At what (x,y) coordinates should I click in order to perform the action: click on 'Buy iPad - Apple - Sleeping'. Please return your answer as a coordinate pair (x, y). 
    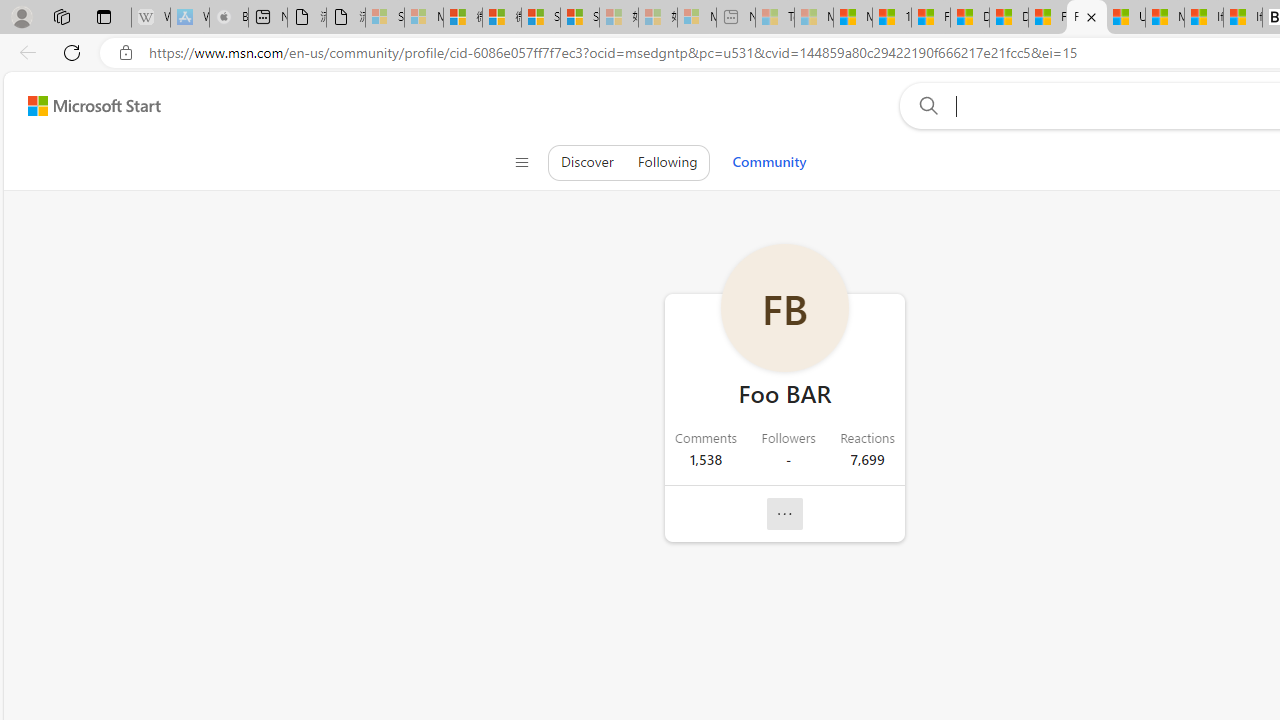
    Looking at the image, I should click on (229, 17).